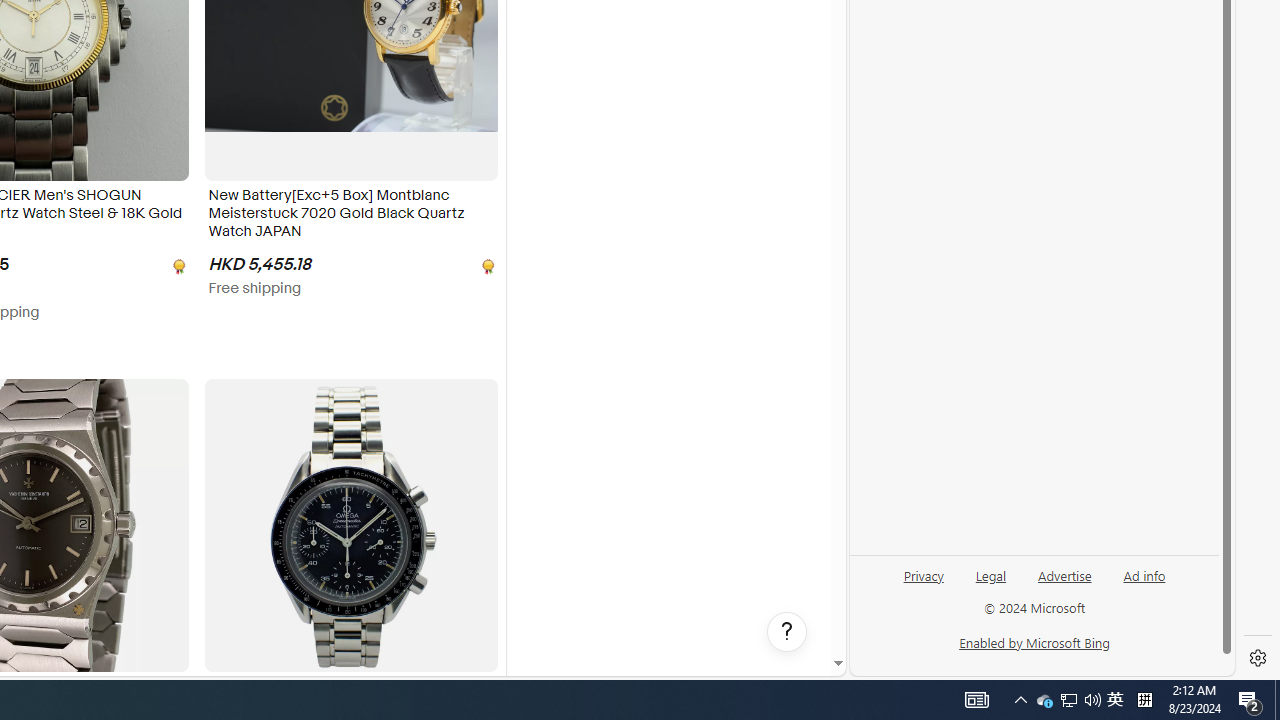 The height and width of the screenshot is (720, 1280). I want to click on '[object Undefined]', so click(486, 264).